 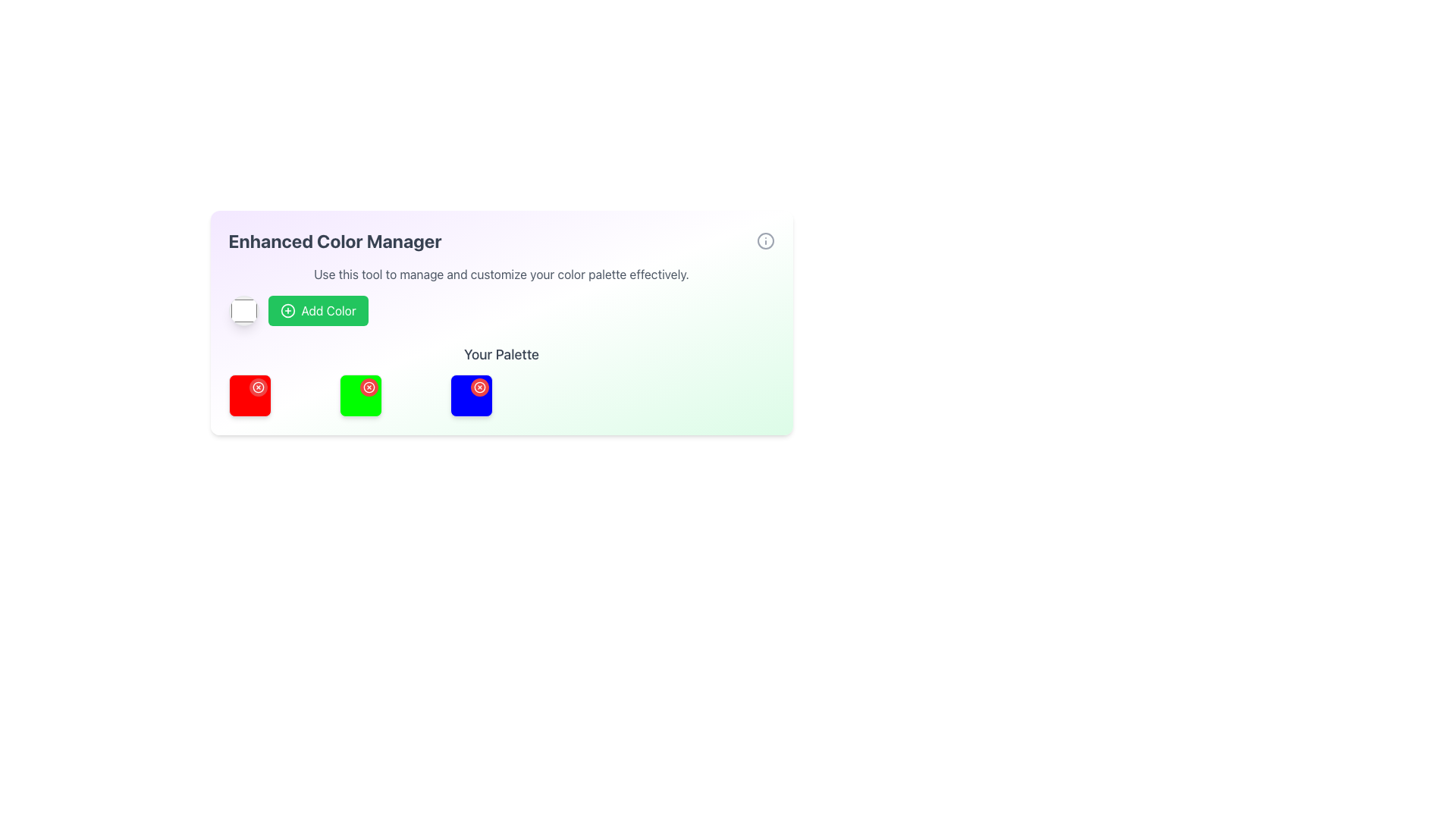 What do you see at coordinates (765, 240) in the screenshot?
I see `the decorative Circle SVG element located in the top-right corner of the interface` at bounding box center [765, 240].